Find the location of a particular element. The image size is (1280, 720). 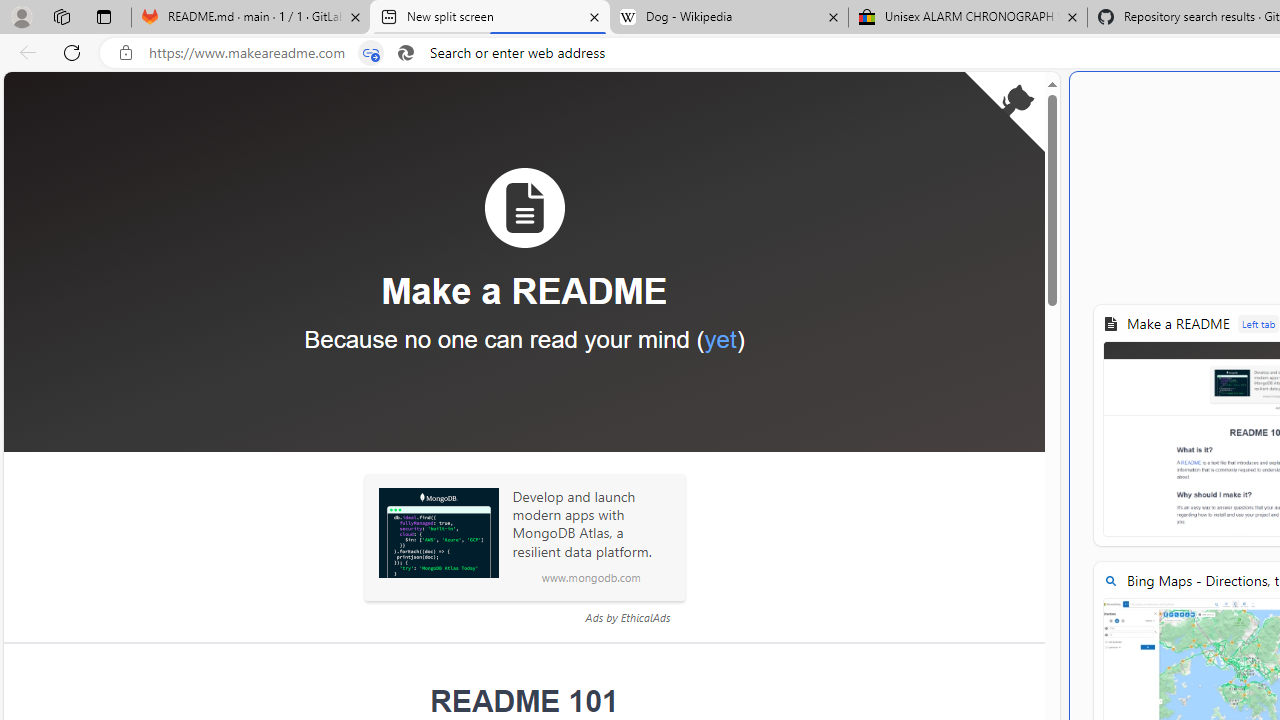

'Ads by EthicalAds' is located at coordinates (626, 616).